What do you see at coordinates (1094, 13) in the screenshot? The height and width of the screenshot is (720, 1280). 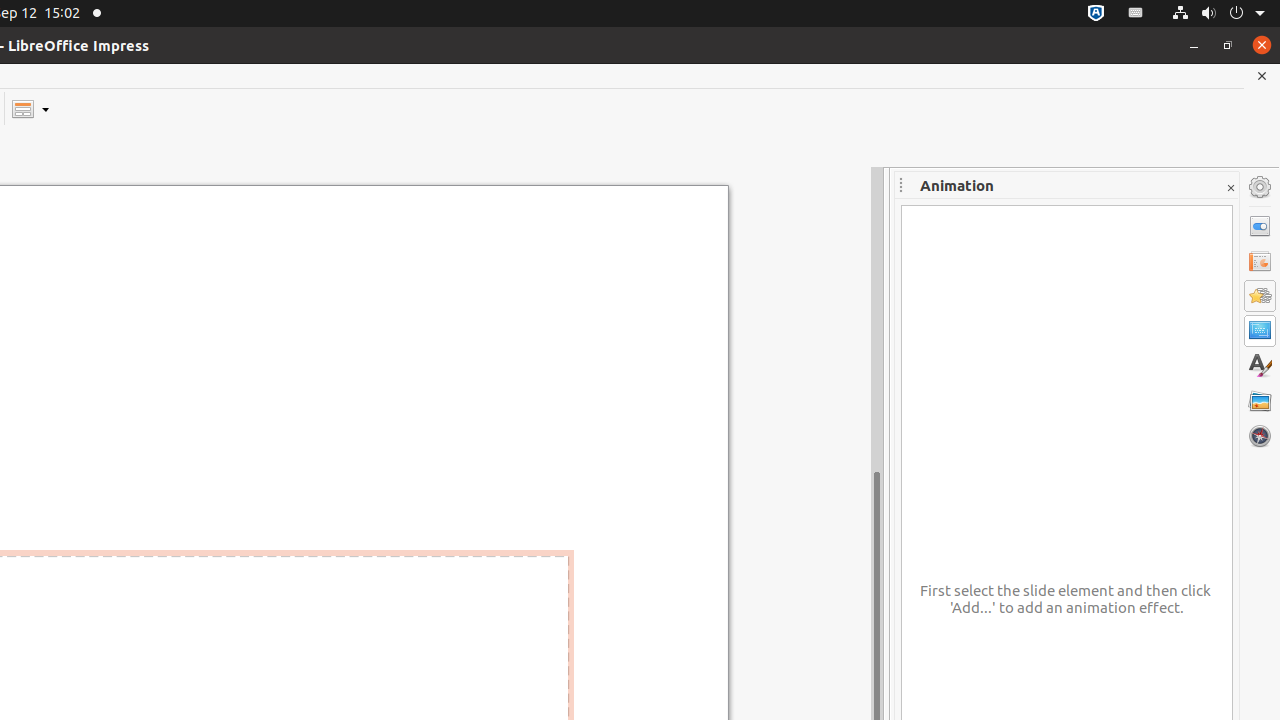 I see `':1.72/StatusNotifierItem'` at bounding box center [1094, 13].